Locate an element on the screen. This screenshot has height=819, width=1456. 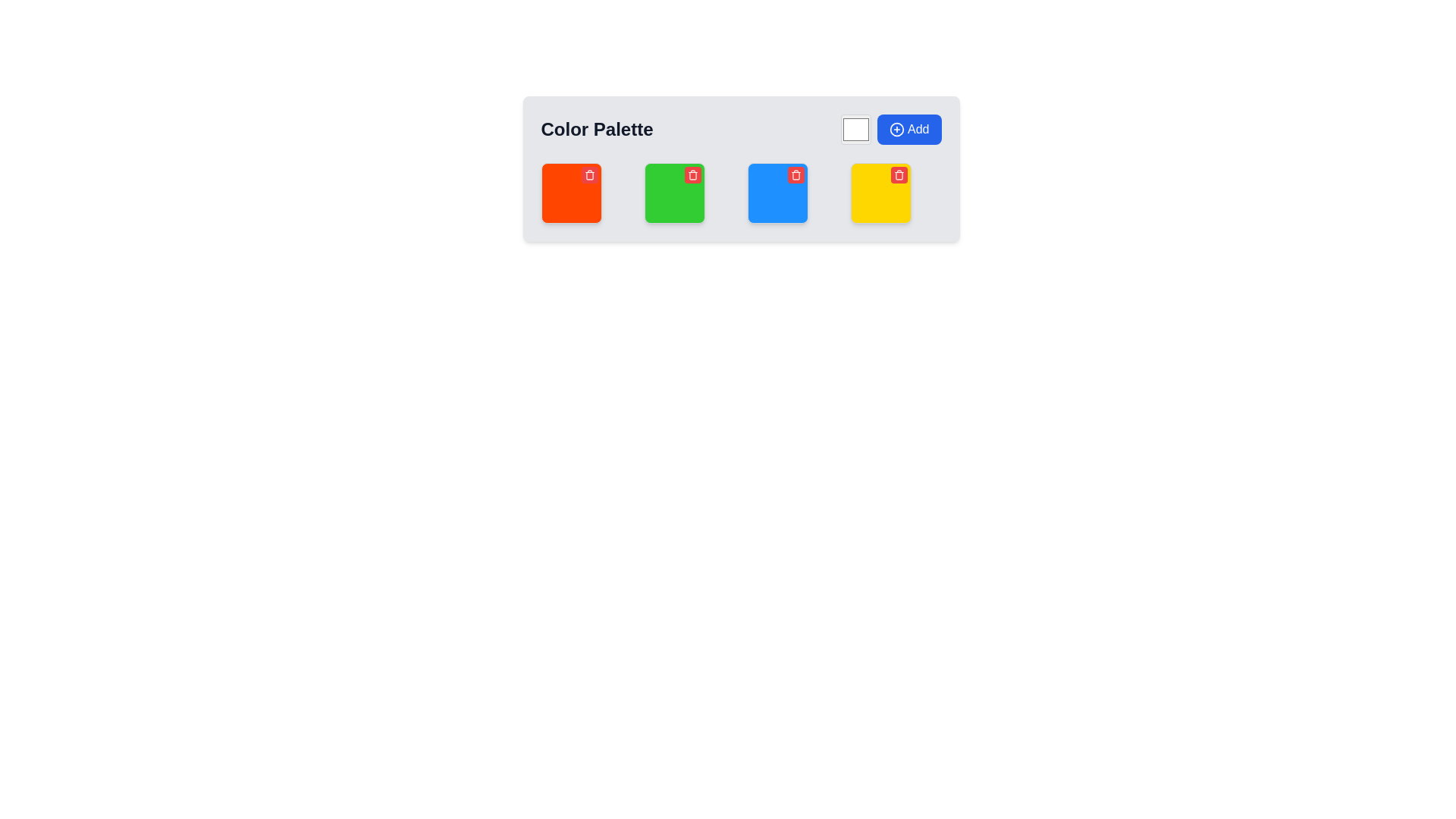
the red color swatch in the Color Palette grid is located at coordinates (570, 192).